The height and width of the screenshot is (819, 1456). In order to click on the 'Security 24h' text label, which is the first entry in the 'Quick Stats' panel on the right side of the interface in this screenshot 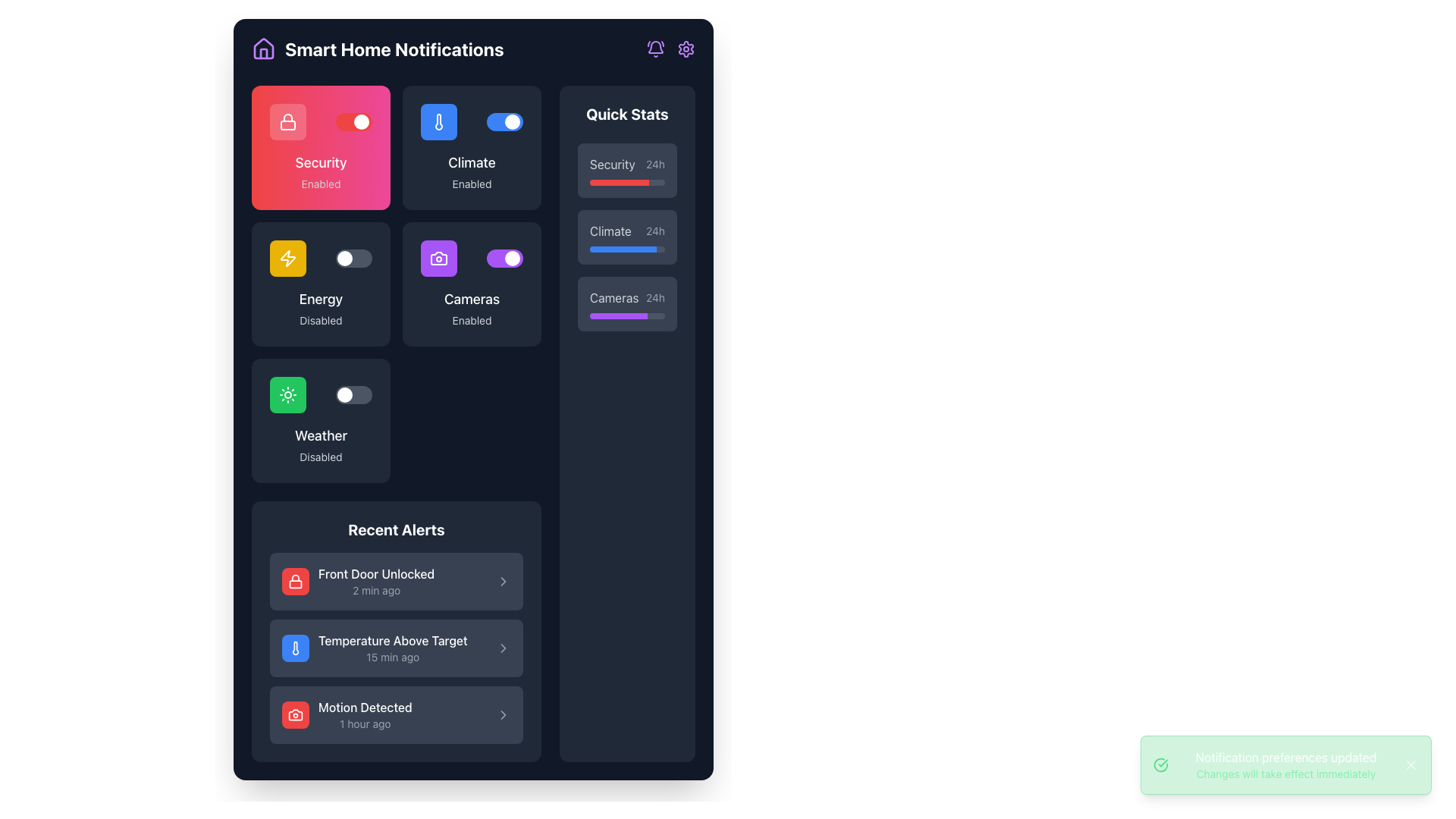, I will do `click(627, 164)`.